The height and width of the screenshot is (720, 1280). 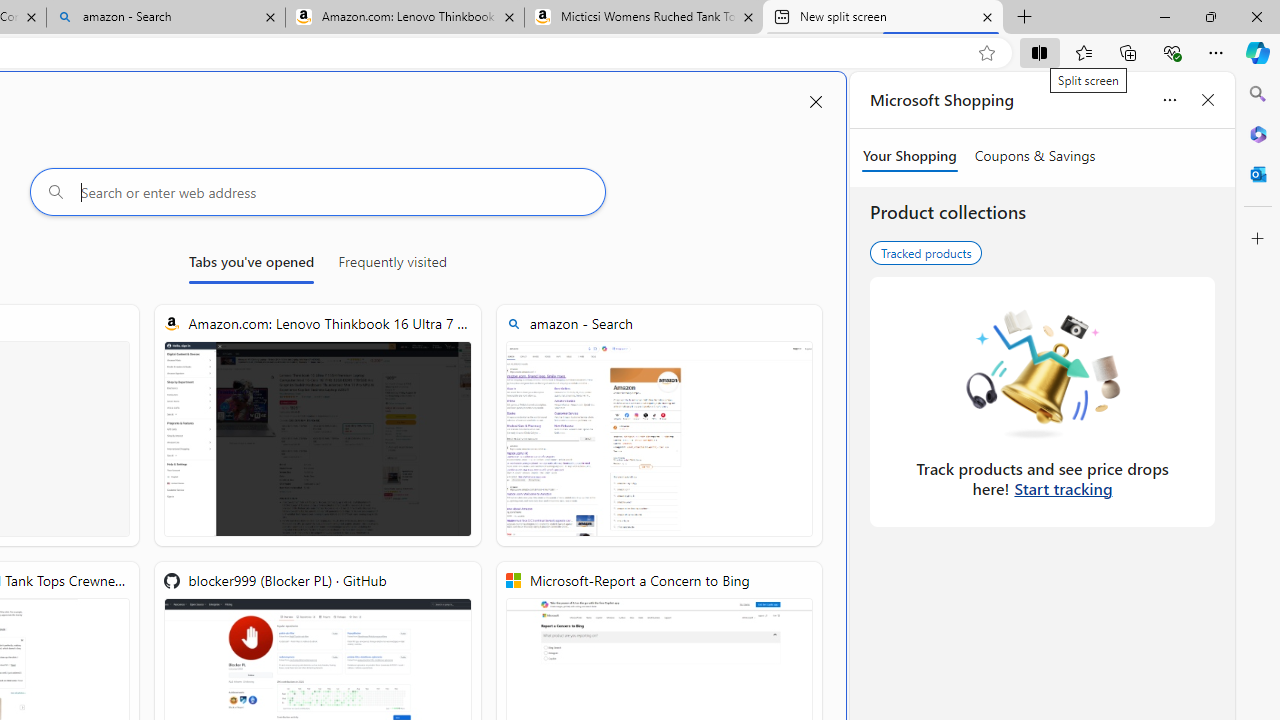 I want to click on 'Search or enter web address', so click(x=316, y=191).